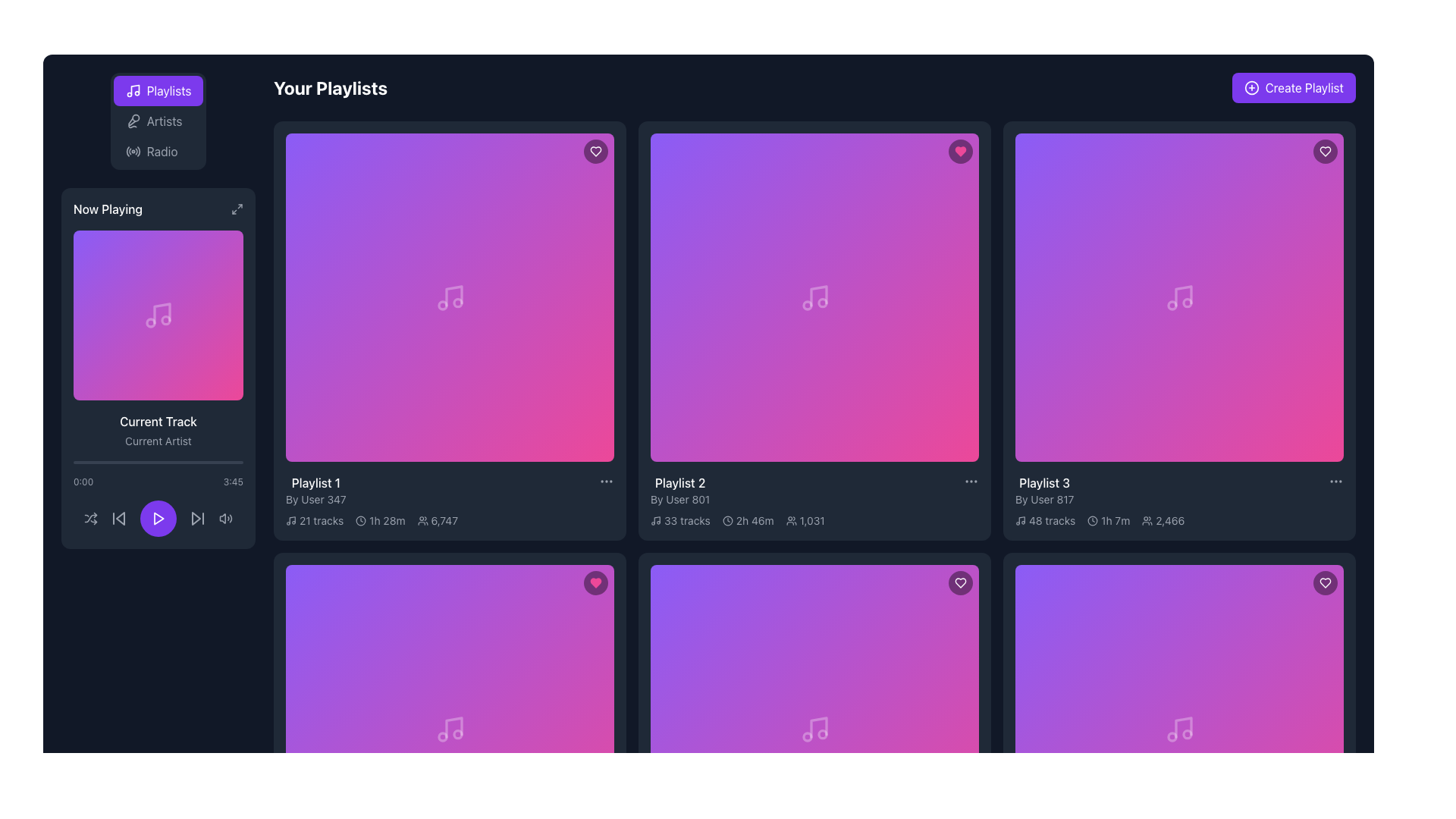 The width and height of the screenshot is (1456, 819). What do you see at coordinates (595, 152) in the screenshot?
I see `the heart-shaped icon located at the top-right corner of the first playlist card's header section` at bounding box center [595, 152].